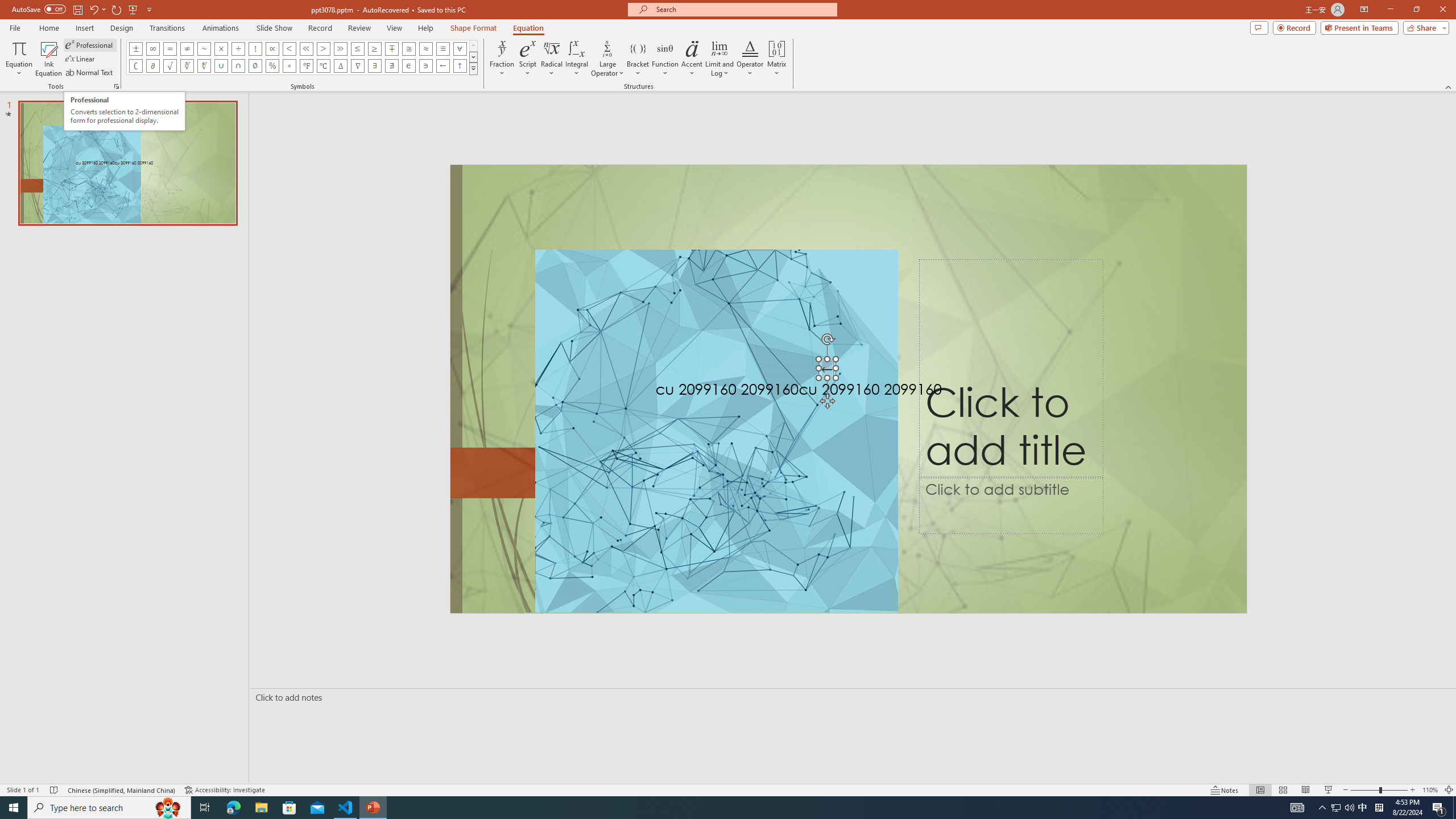 Image resolution: width=1456 pixels, height=819 pixels. Describe the element at coordinates (152, 65) in the screenshot. I see `'Equation Symbol Partial Differential'` at that location.